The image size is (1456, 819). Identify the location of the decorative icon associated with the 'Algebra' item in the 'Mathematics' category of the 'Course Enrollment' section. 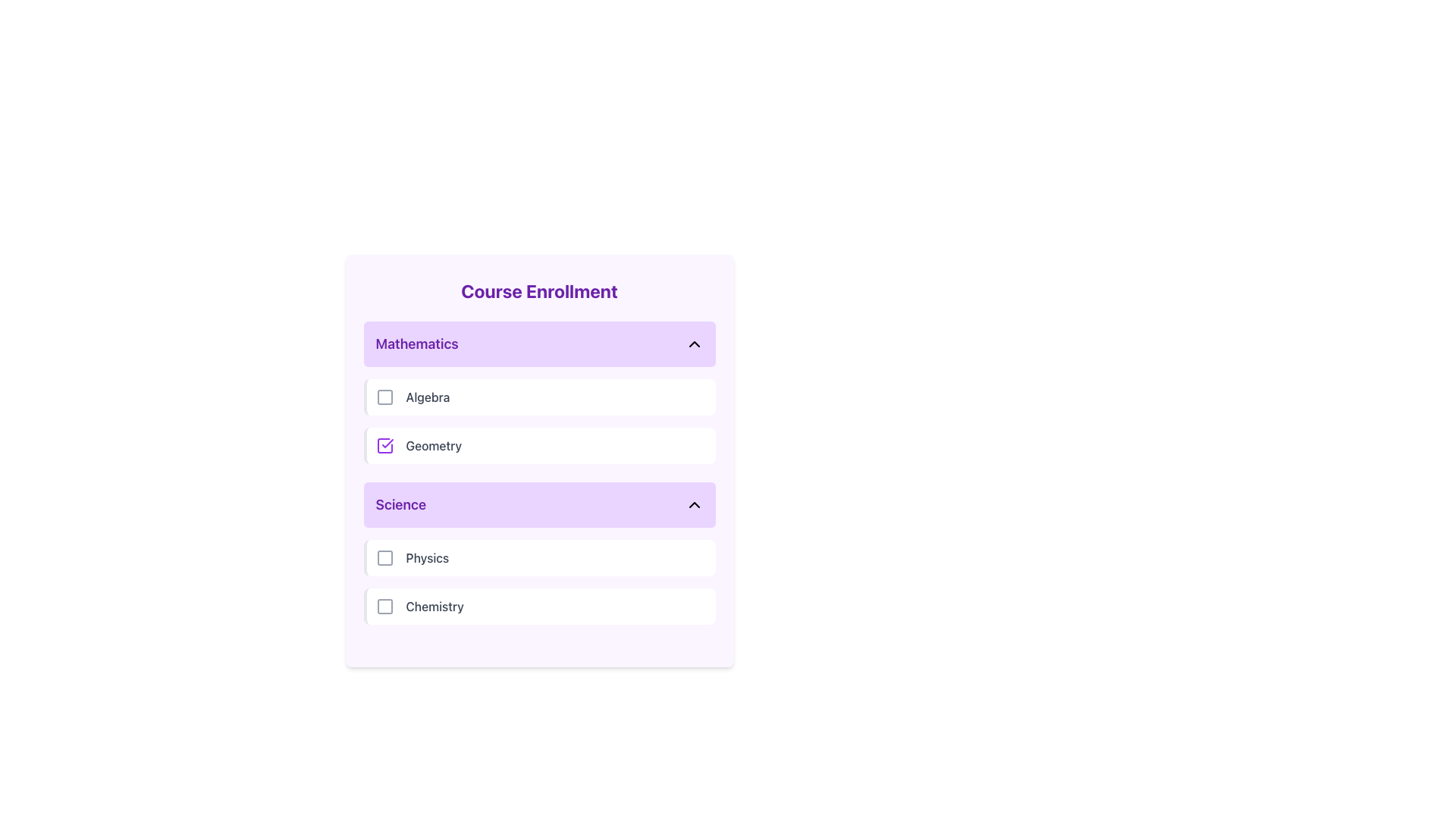
(384, 397).